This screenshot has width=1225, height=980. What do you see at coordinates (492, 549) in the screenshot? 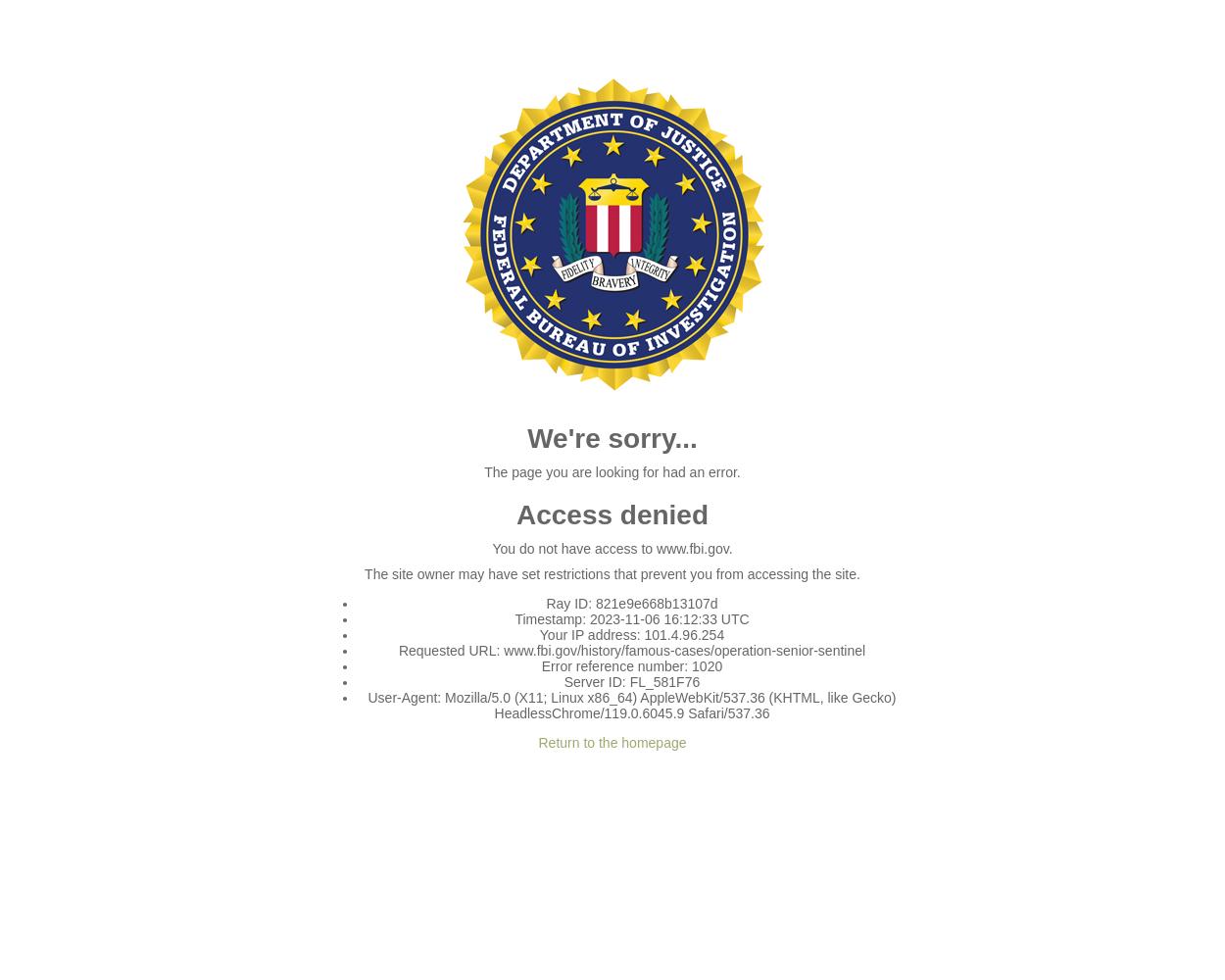
I see `'You do not have access to www.fbi.gov.'` at bounding box center [492, 549].